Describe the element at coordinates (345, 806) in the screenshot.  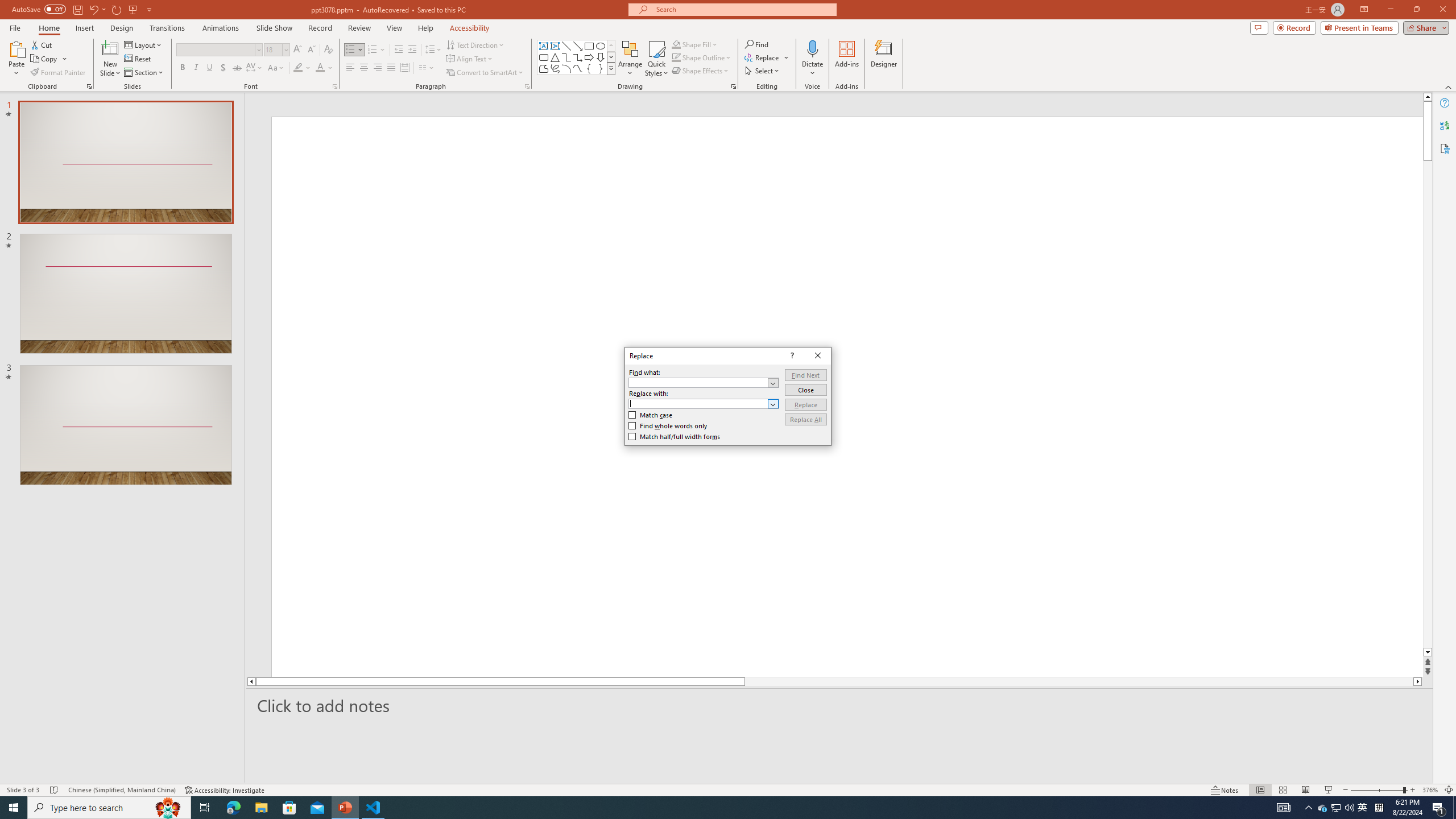
I see `'PowerPoint - 1 running window'` at that location.